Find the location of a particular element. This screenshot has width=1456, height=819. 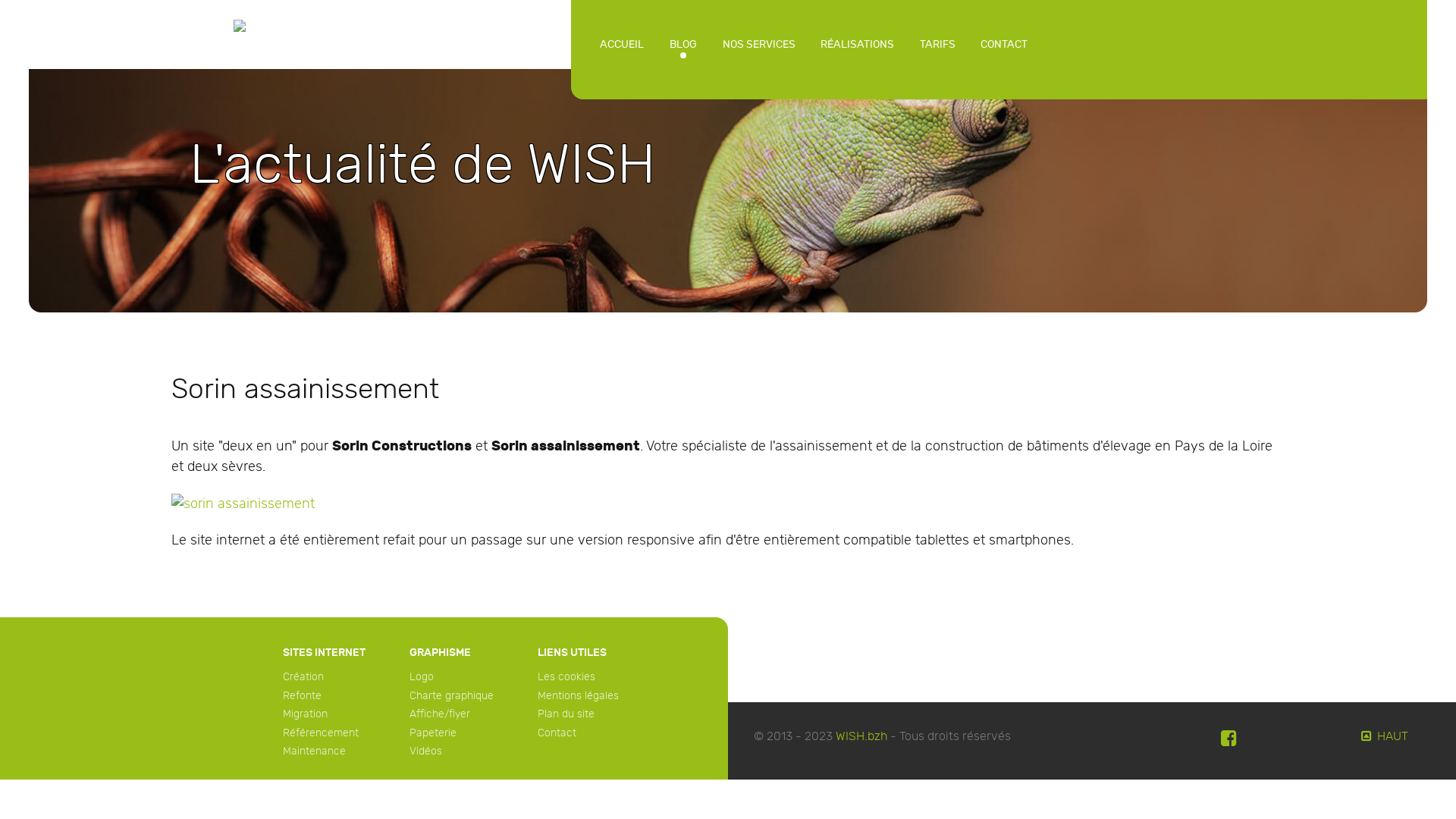

'WISH.bzh' is located at coordinates (861, 736).